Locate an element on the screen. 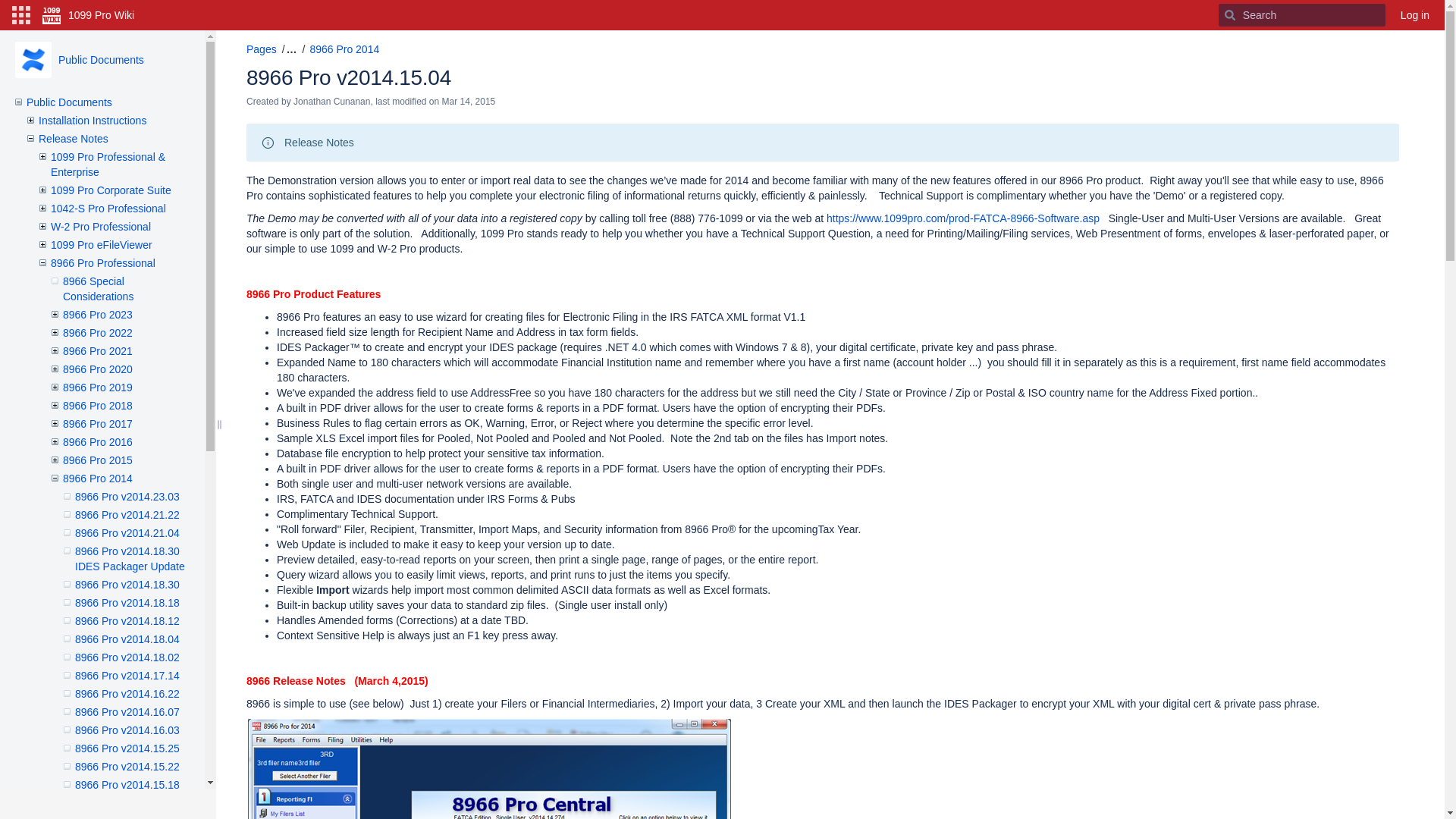 This screenshot has height=819, width=1456. 'Release Notes' is located at coordinates (39, 138).